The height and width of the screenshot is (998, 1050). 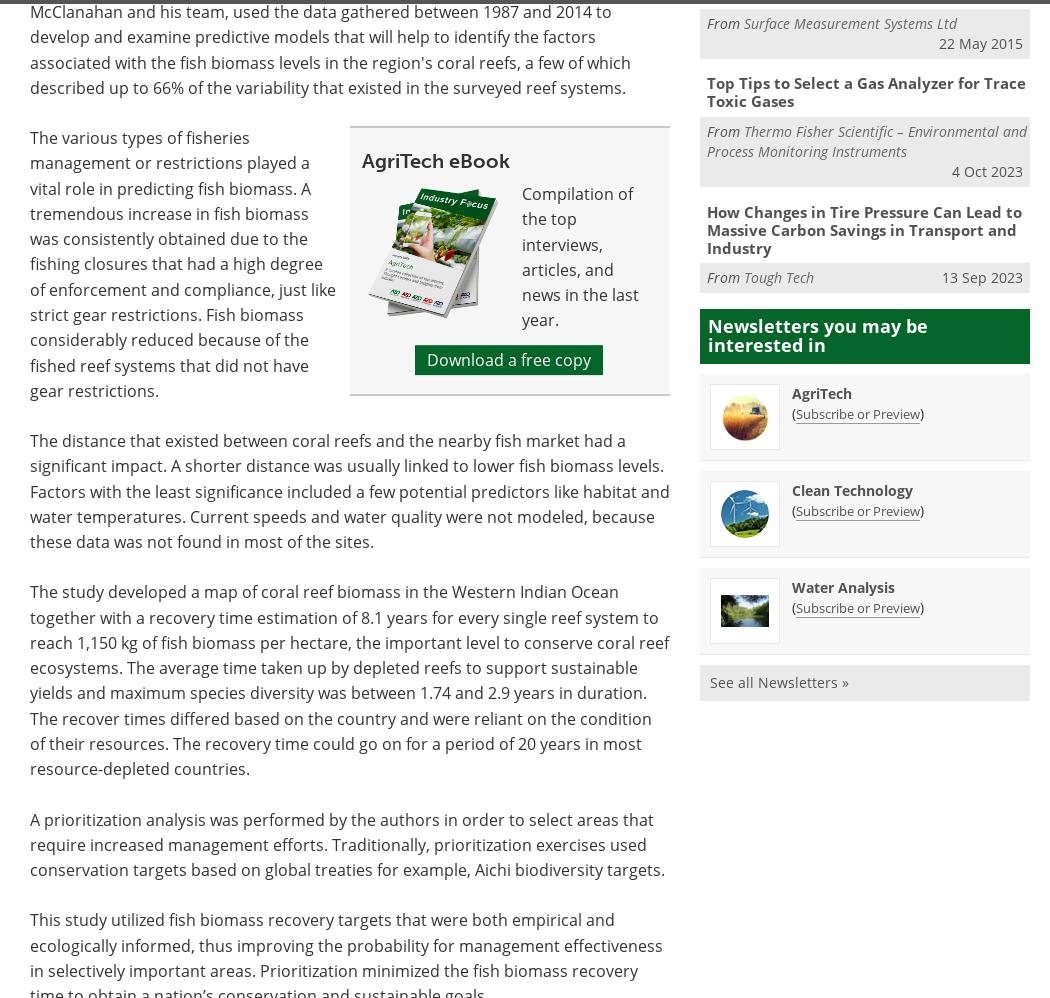 I want to click on 'Newsletters you may be', so click(x=816, y=325).